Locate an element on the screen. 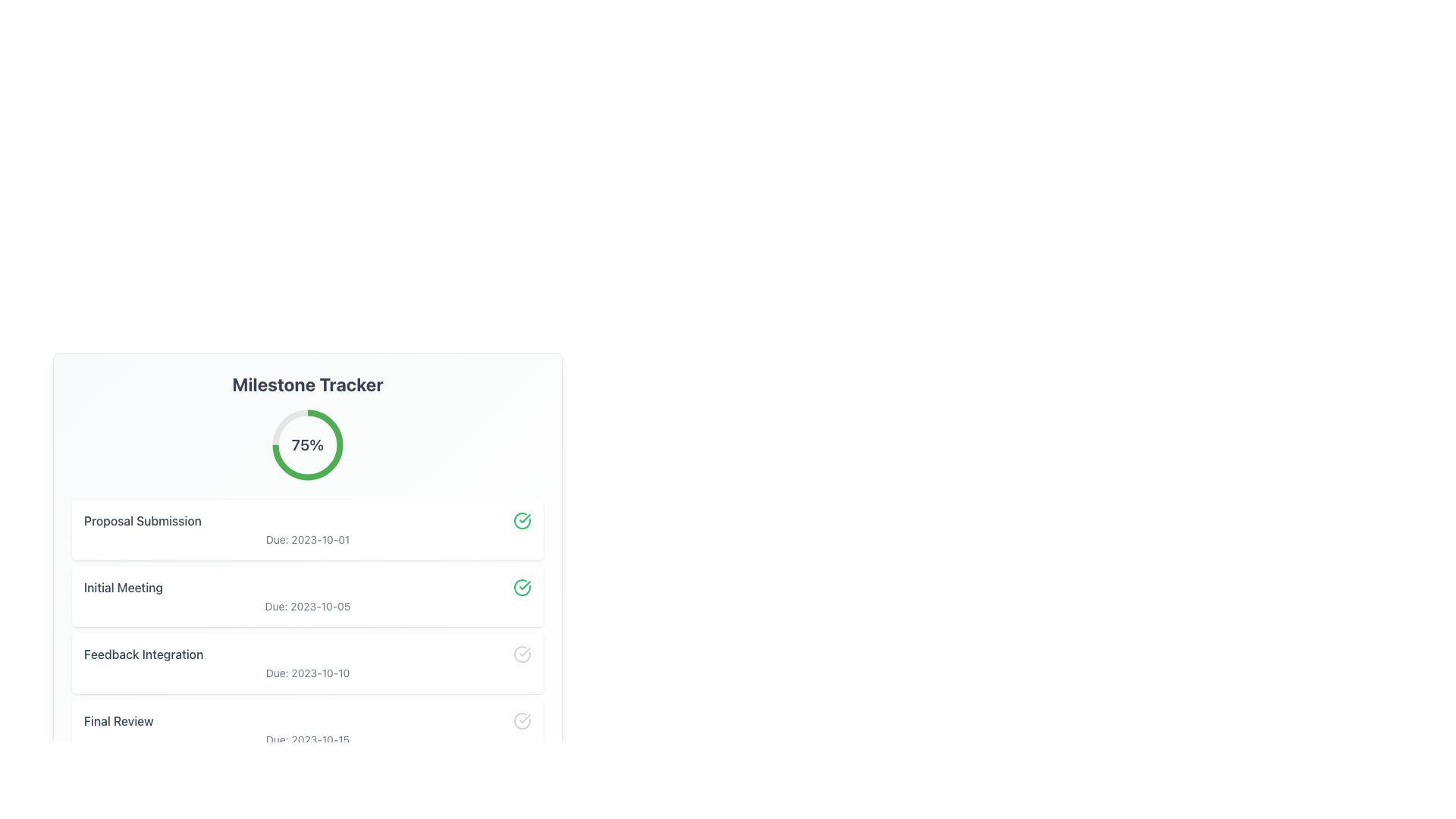 This screenshot has width=1456, height=819. the second milestone item labeled 'Initial Meeting' in the Milestone Tracker list to potentially interact with it is located at coordinates (307, 587).